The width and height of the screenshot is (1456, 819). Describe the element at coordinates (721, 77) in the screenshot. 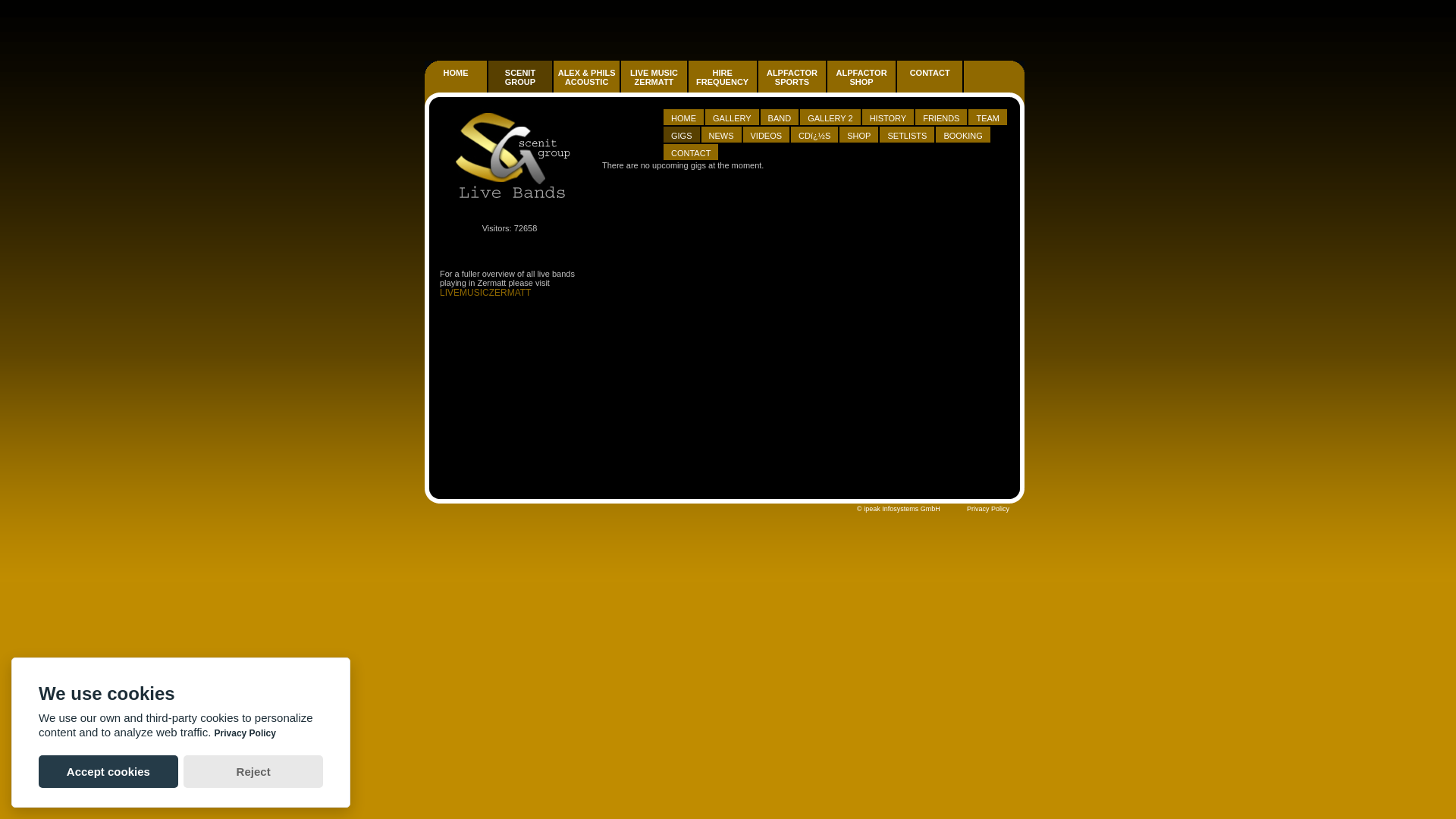

I see `'HIRE` at that location.